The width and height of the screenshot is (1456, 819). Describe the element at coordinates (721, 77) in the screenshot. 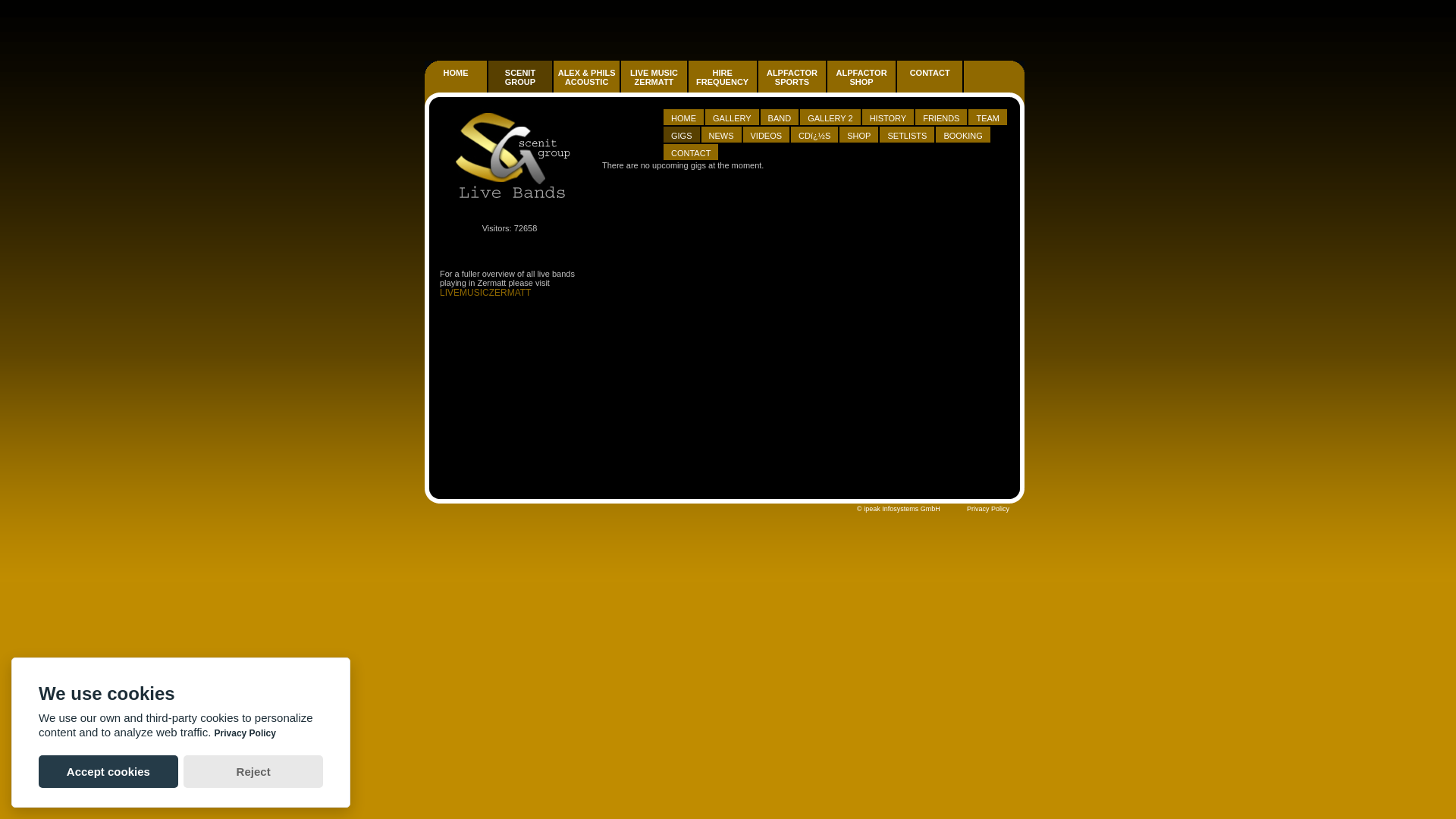

I see `'HIRE` at that location.